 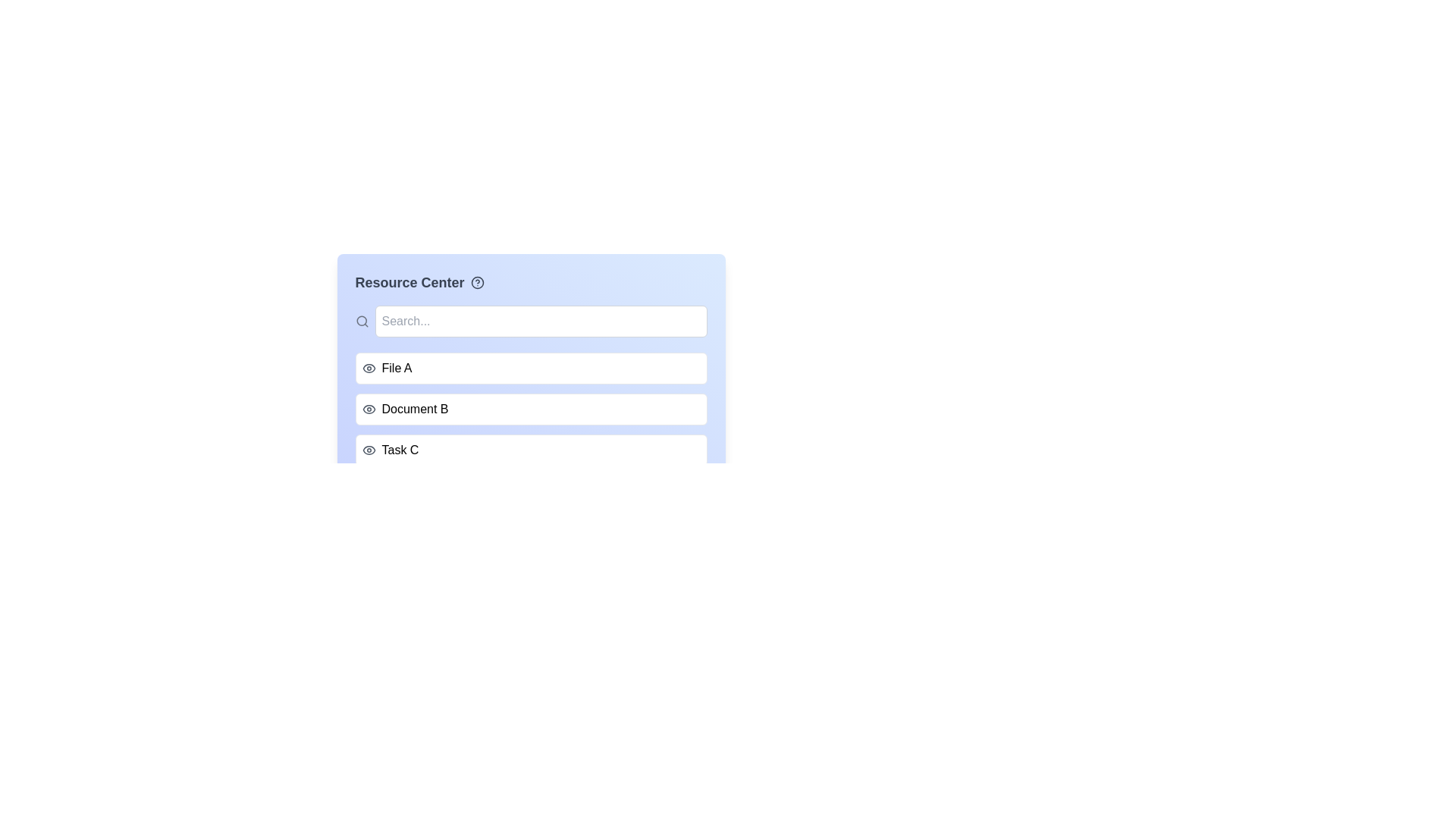 I want to click on text label for 'Document B' located in the 'Resource Center' section, aligned with an eye-shaped icon, so click(x=415, y=409).